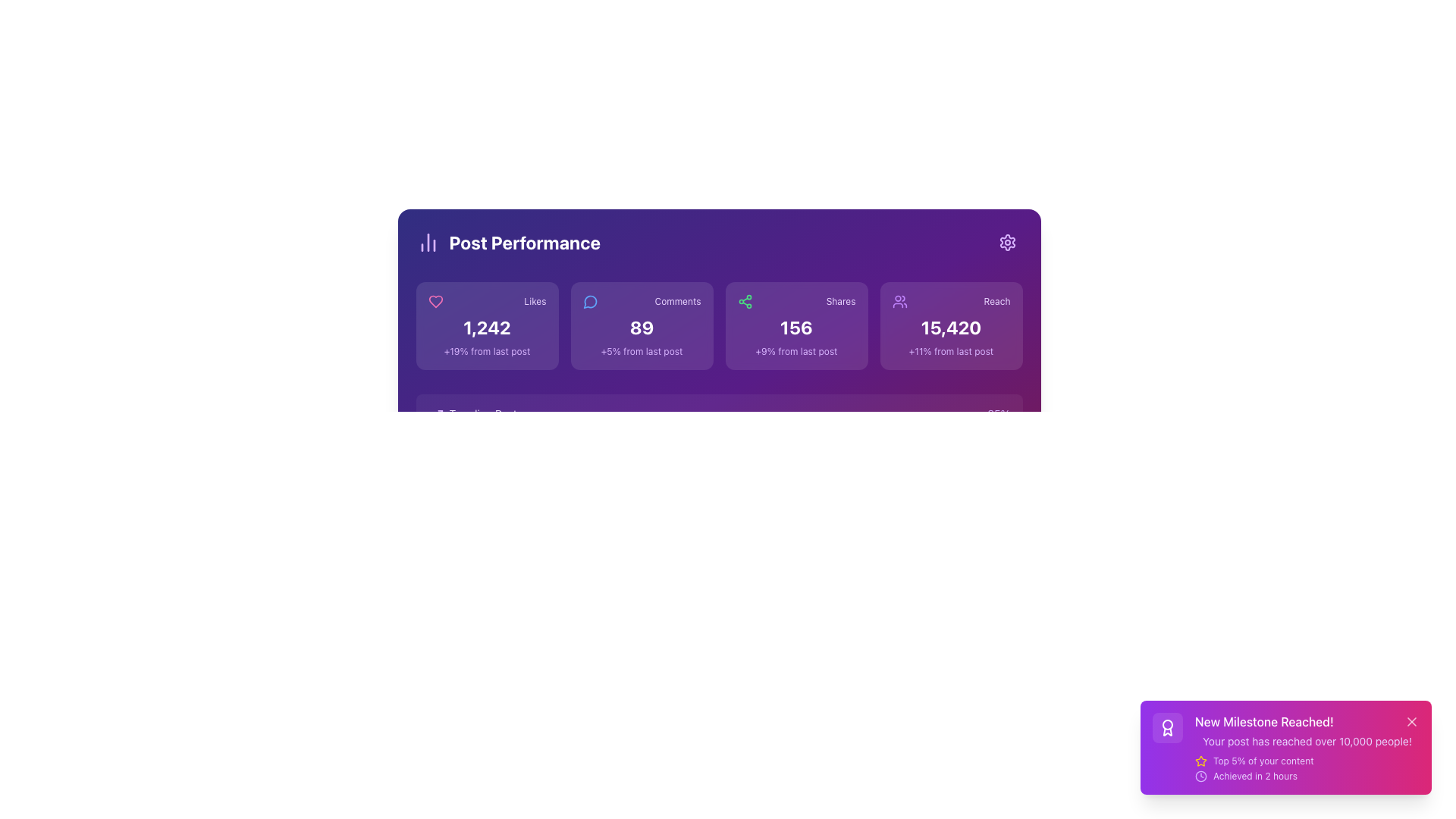 The width and height of the screenshot is (1456, 819). I want to click on the heart-shaped icon located to the left of the 'Likes' label in the 'Post Performance' section, so click(435, 301).